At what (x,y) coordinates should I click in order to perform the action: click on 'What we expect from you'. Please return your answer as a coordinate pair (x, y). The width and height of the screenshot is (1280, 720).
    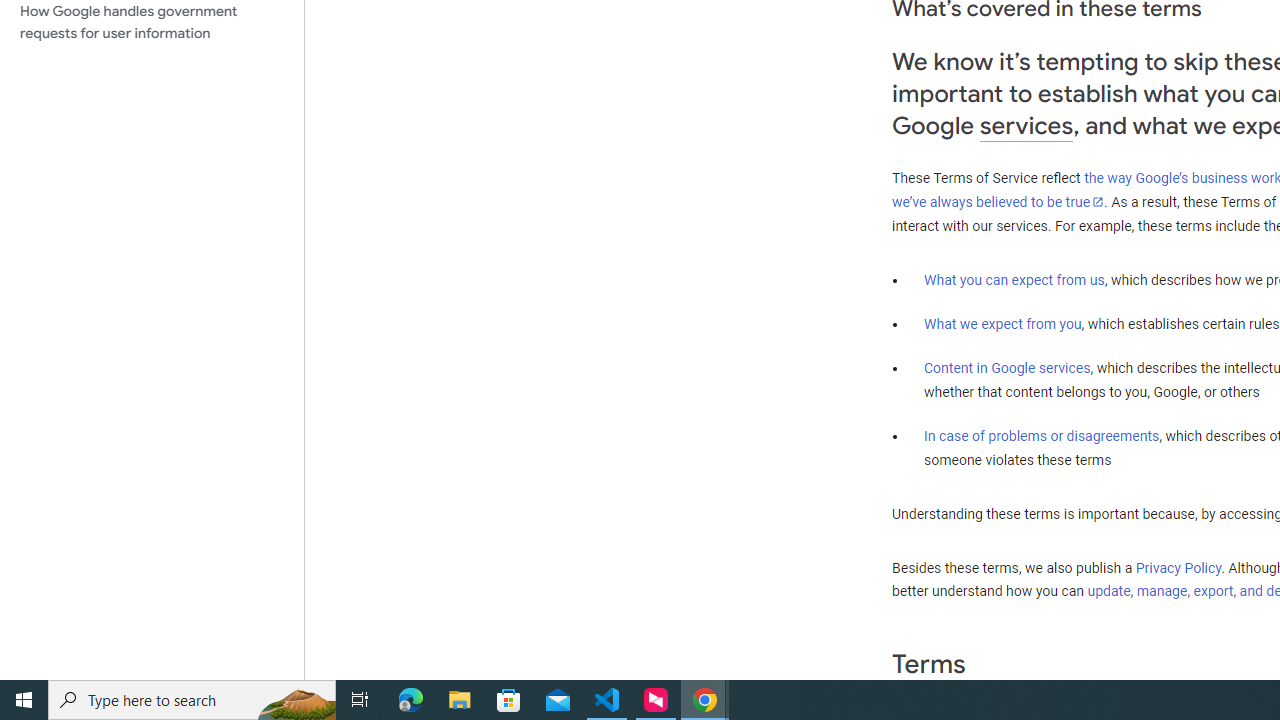
    Looking at the image, I should click on (1002, 323).